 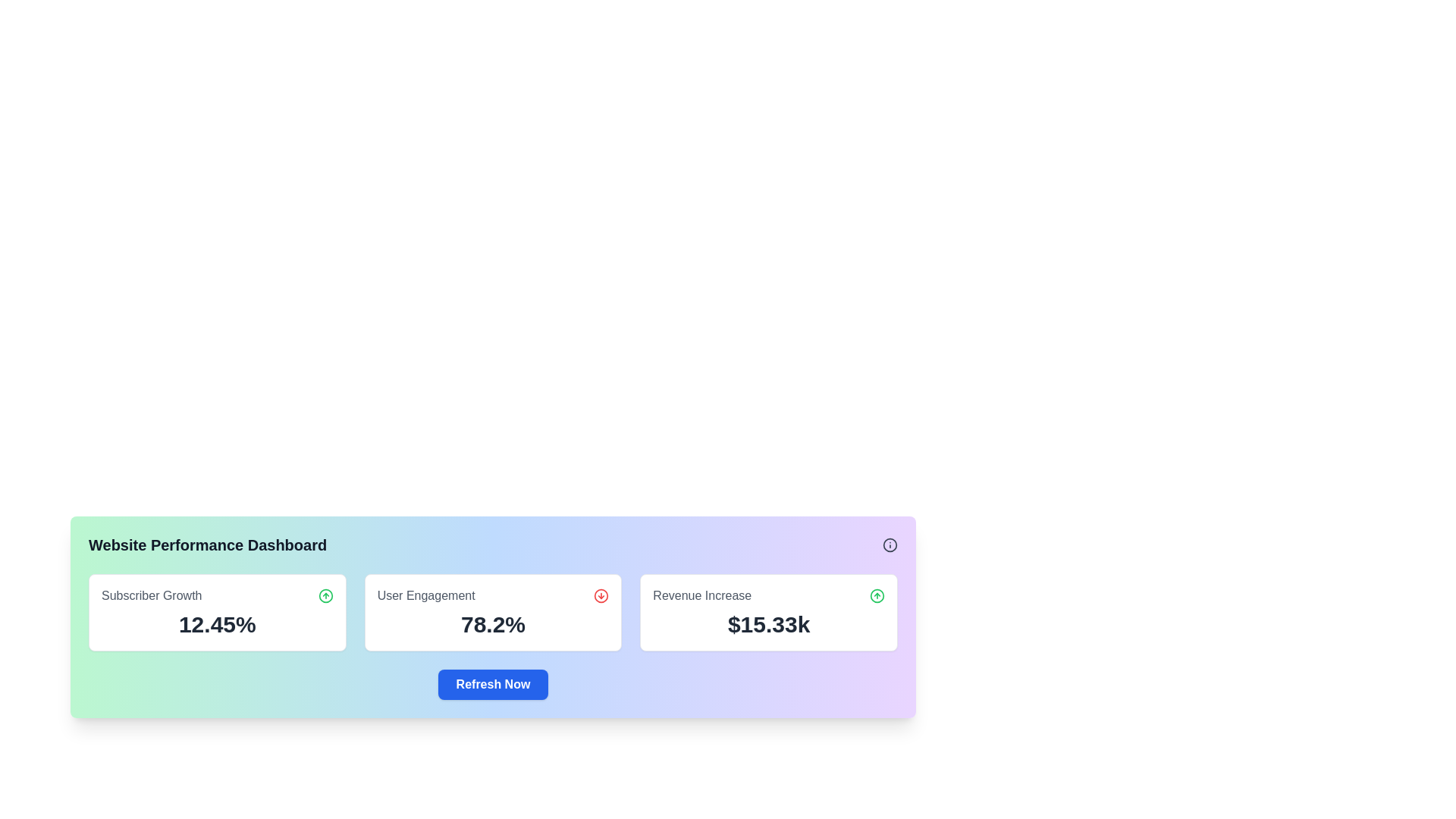 What do you see at coordinates (325, 595) in the screenshot?
I see `the circular icon with a green upward arrow located in the right section of the 'Subscriber Growth' box` at bounding box center [325, 595].